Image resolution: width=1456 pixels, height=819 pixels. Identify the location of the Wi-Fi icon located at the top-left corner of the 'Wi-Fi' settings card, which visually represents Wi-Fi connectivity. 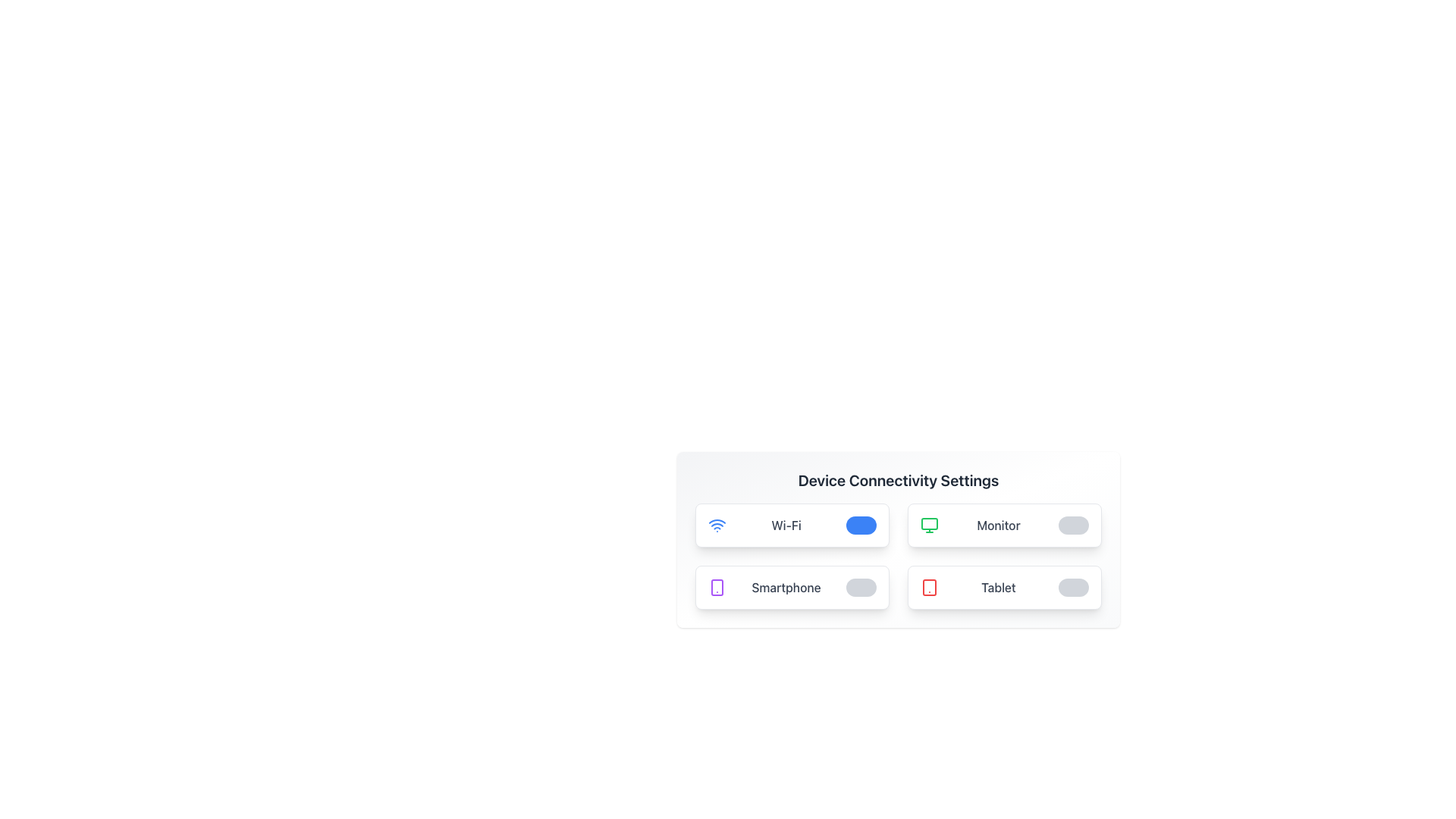
(716, 525).